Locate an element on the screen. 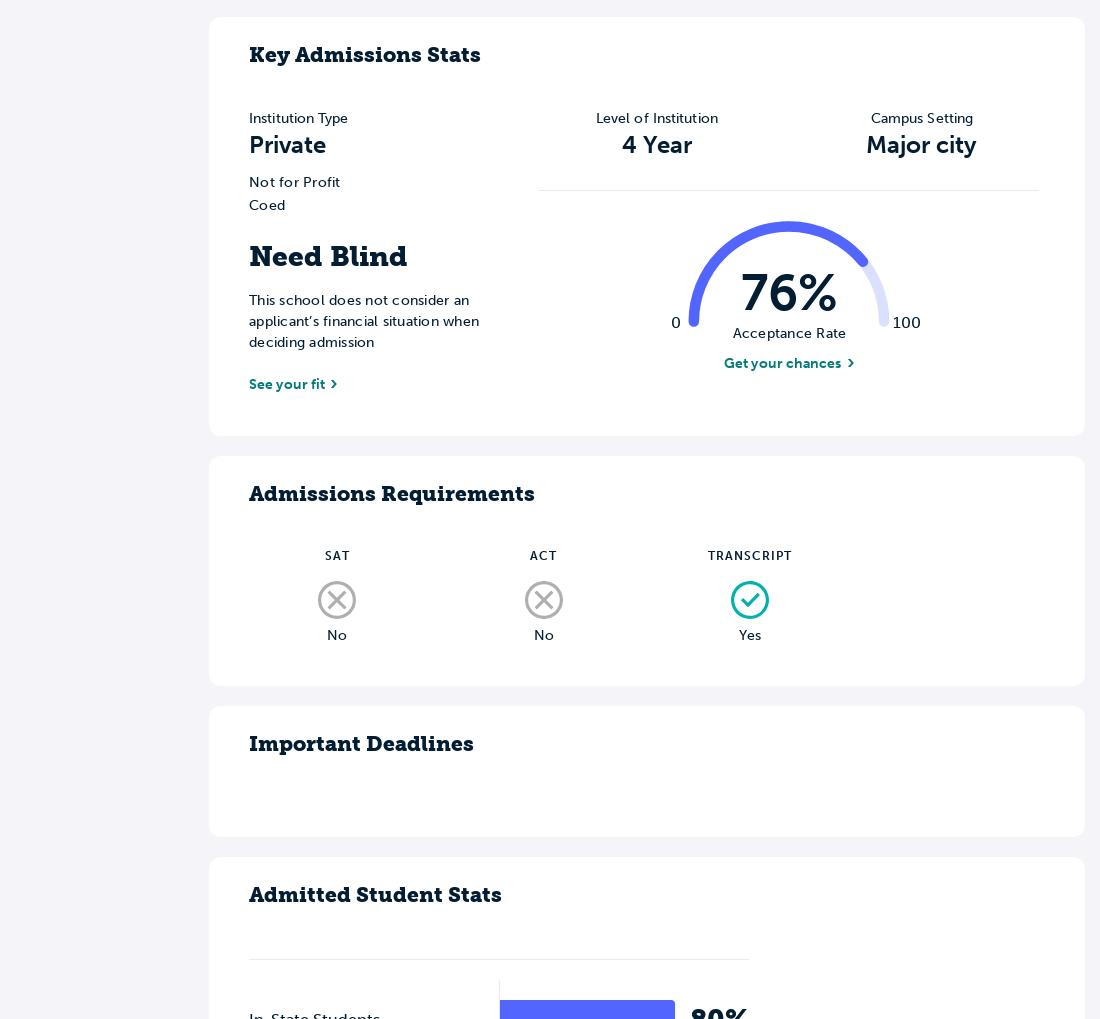 This screenshot has height=1019, width=1100. '76%' is located at coordinates (738, 291).